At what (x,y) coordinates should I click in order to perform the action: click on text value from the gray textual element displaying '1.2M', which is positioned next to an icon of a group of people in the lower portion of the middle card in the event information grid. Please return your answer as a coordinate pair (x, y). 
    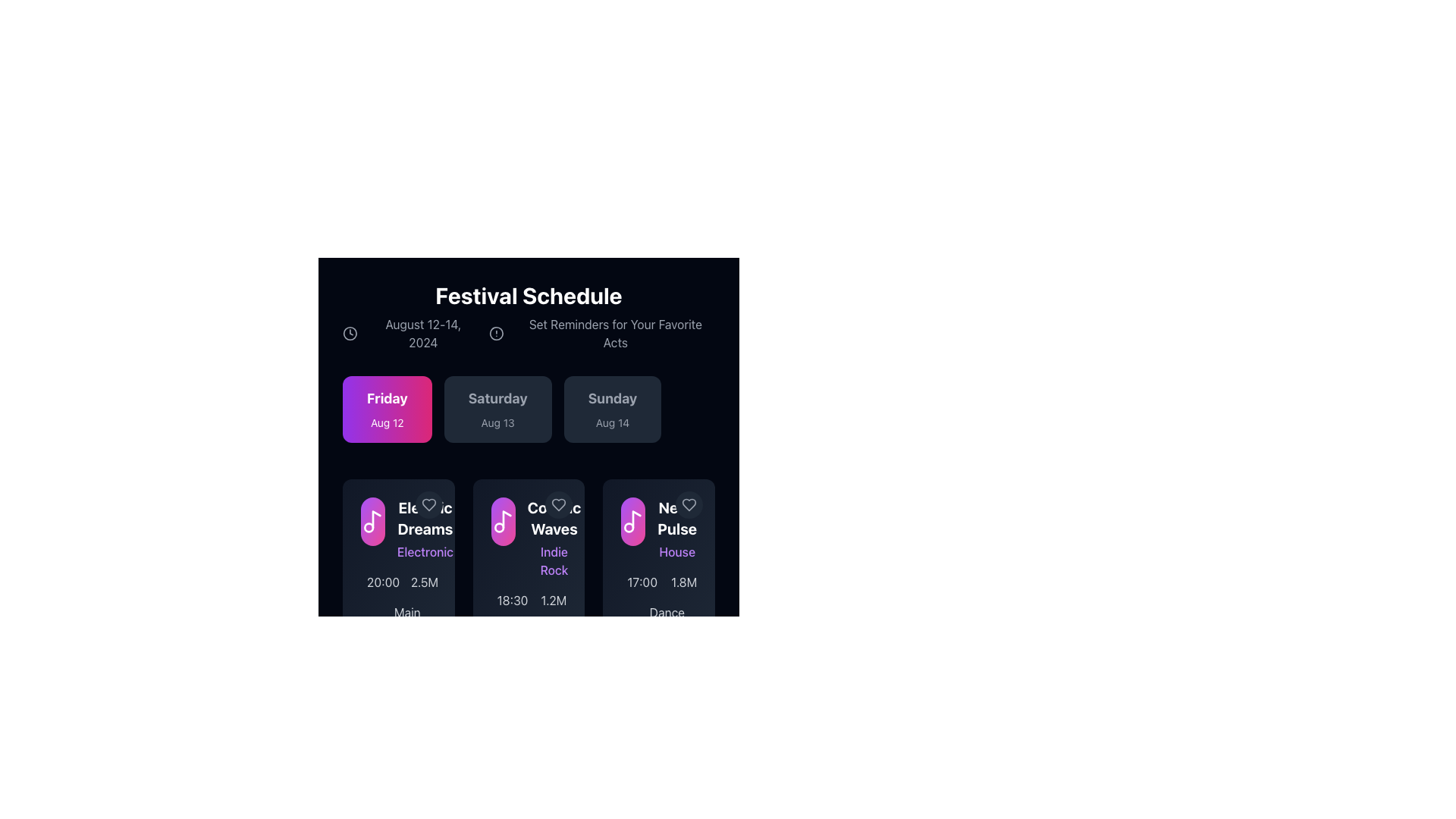
    Looking at the image, I should click on (550, 599).